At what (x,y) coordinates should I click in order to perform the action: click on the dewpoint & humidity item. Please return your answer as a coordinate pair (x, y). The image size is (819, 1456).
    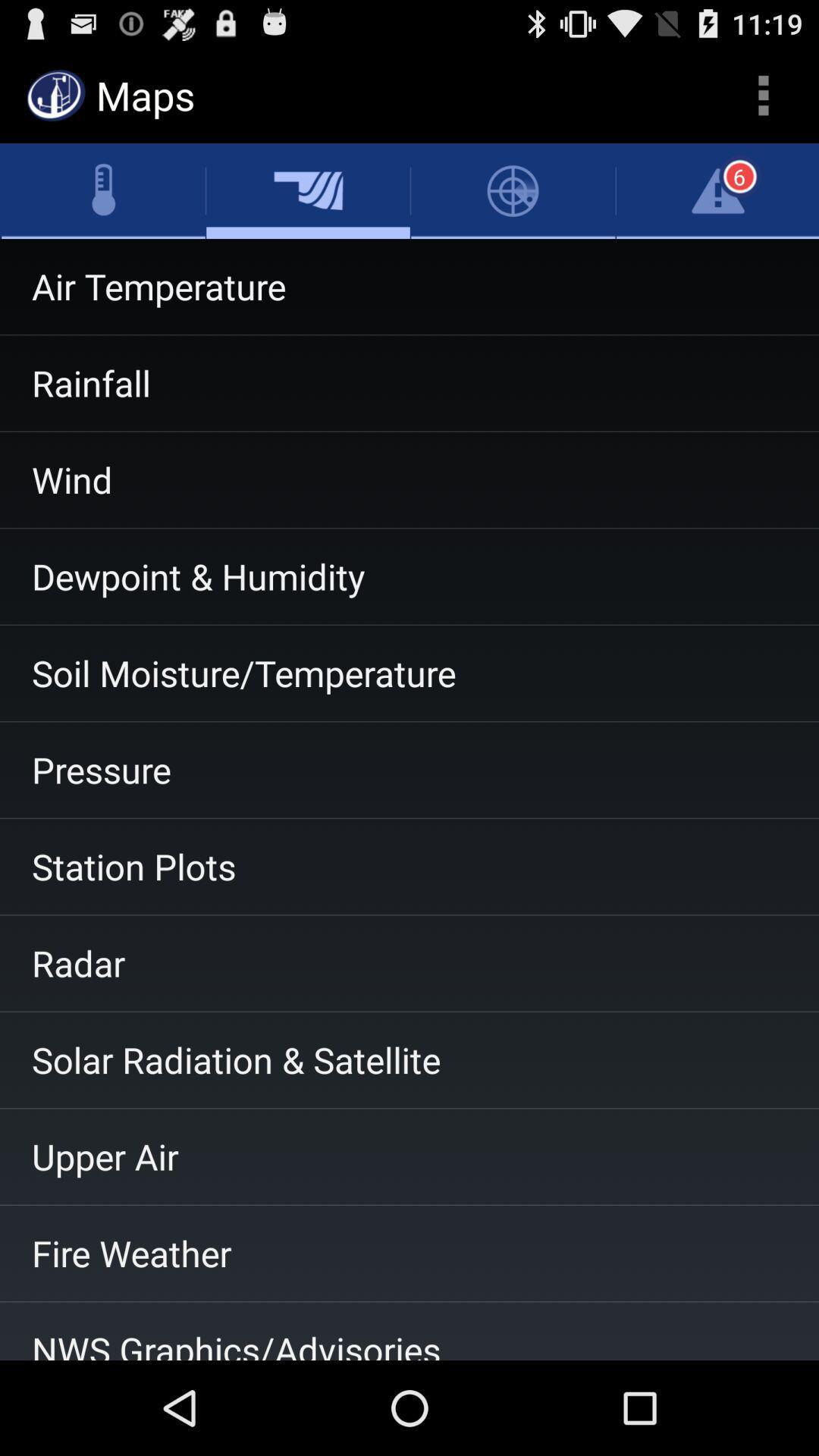
    Looking at the image, I should click on (409, 576).